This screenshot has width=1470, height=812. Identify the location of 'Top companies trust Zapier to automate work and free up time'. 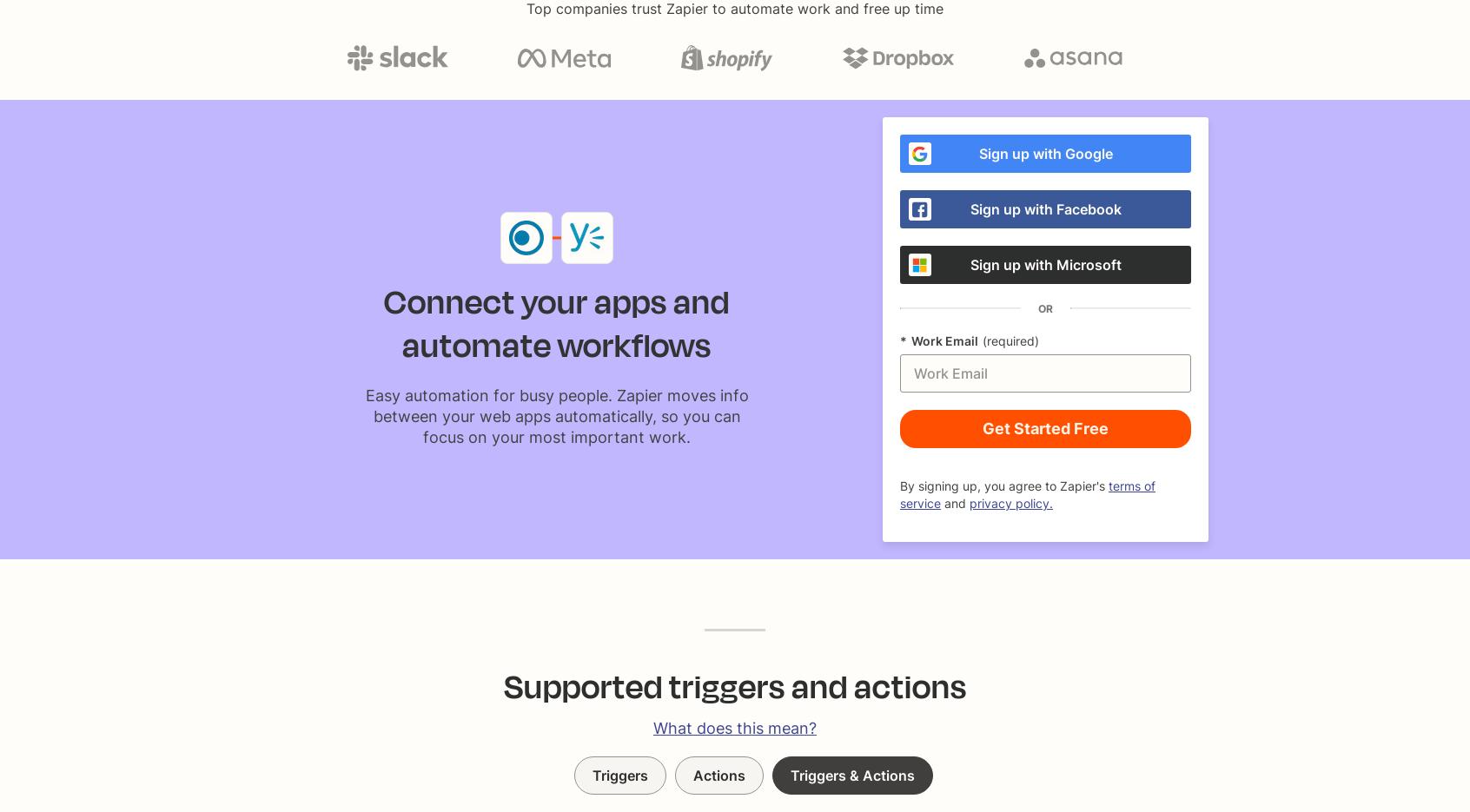
(526, 8).